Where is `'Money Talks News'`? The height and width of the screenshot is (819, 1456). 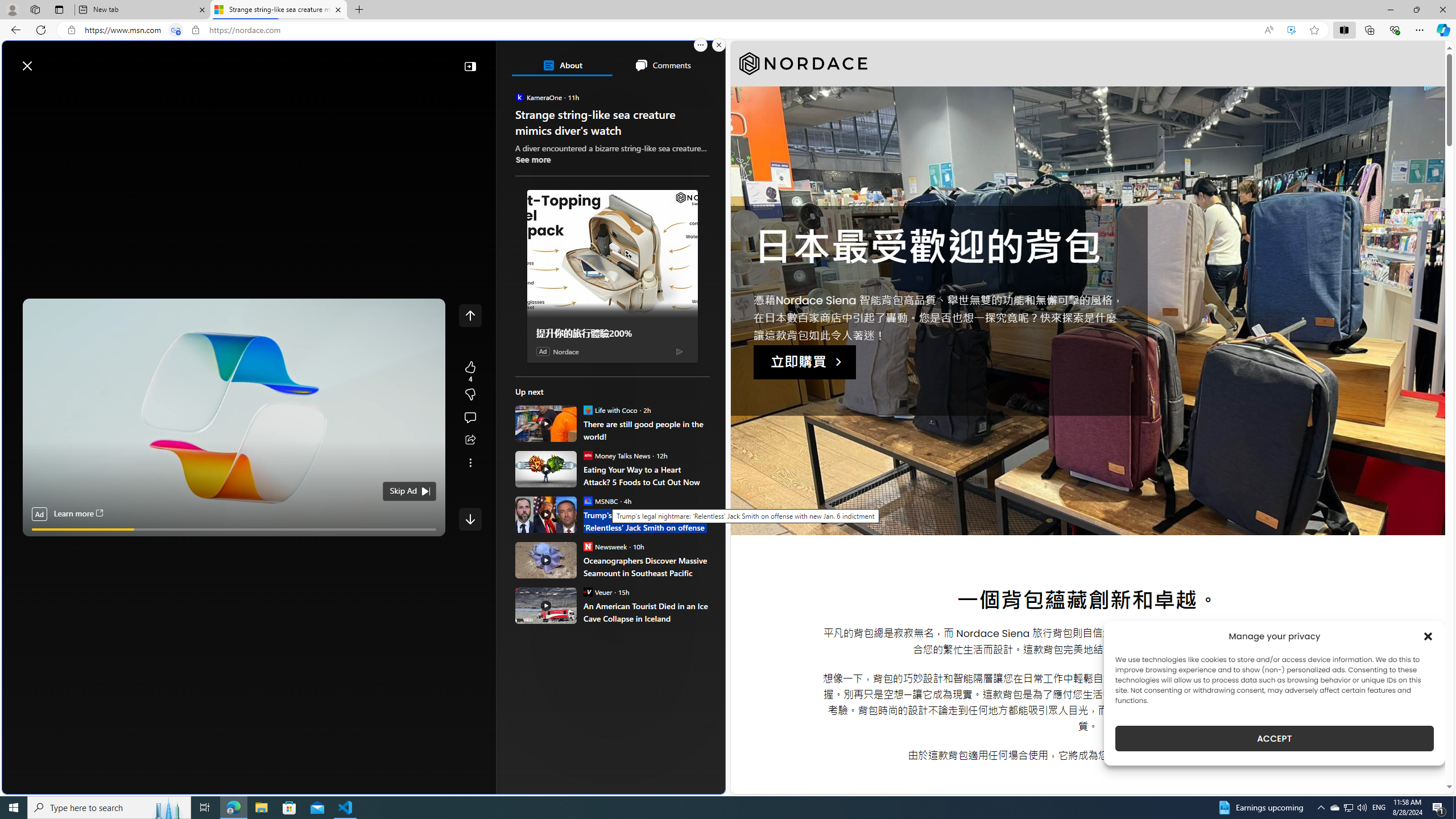 'Money Talks News' is located at coordinates (586, 455).